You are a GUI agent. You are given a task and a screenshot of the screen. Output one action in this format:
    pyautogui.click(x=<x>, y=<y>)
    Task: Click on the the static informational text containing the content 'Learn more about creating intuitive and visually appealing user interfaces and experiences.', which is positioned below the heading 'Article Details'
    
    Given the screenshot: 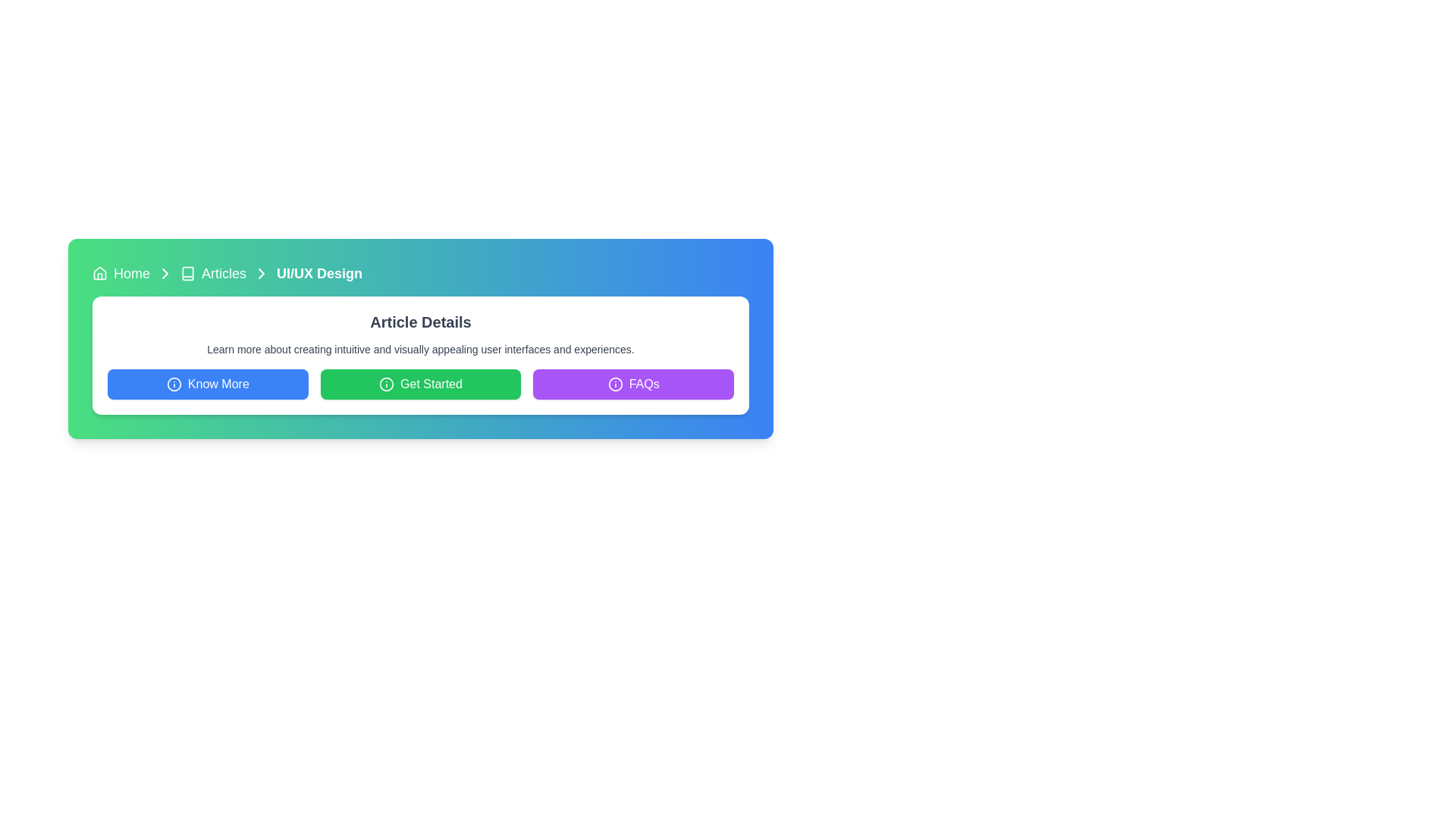 What is the action you would take?
    pyautogui.click(x=421, y=350)
    